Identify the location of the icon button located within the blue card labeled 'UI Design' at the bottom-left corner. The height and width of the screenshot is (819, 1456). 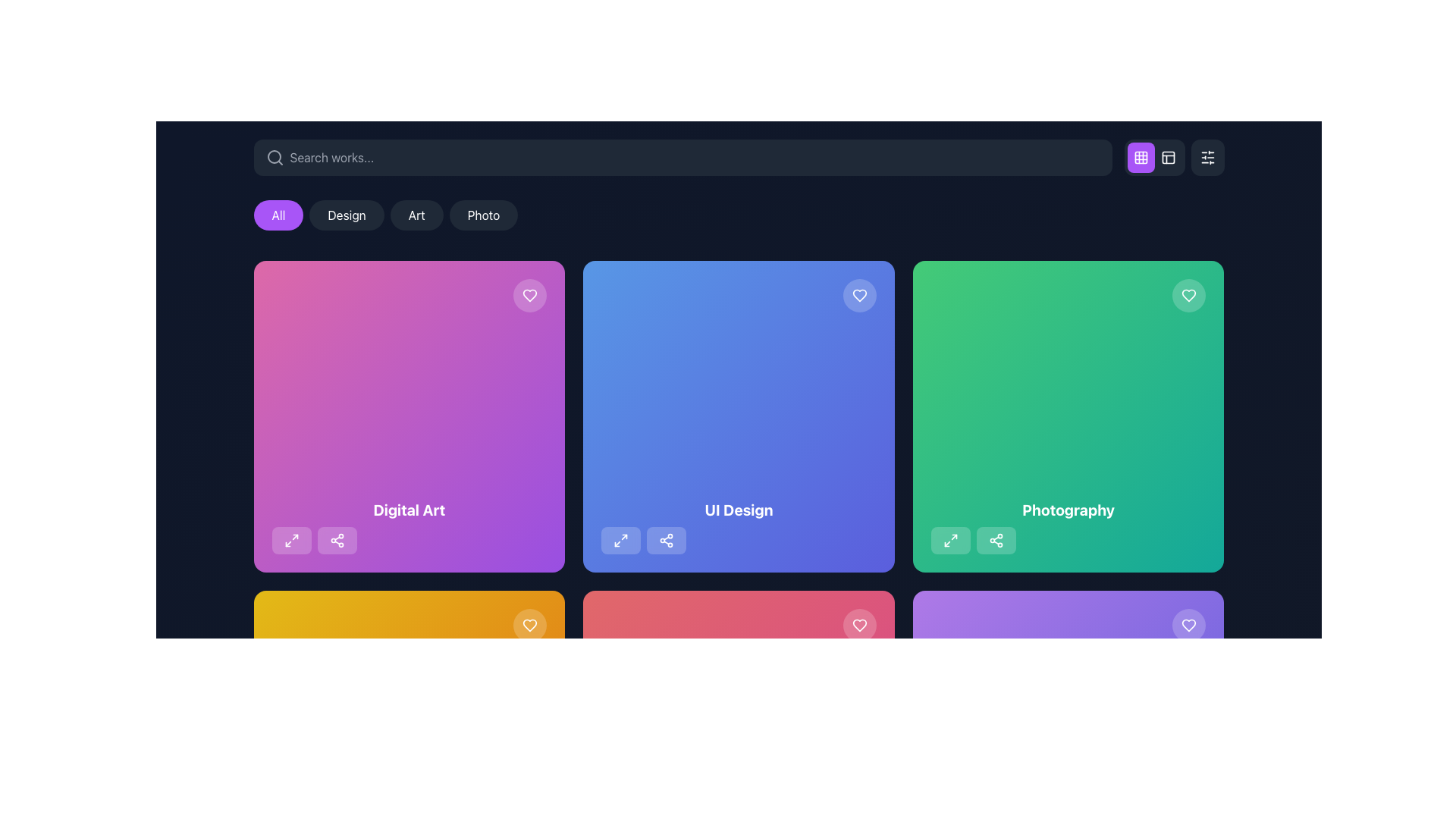
(621, 539).